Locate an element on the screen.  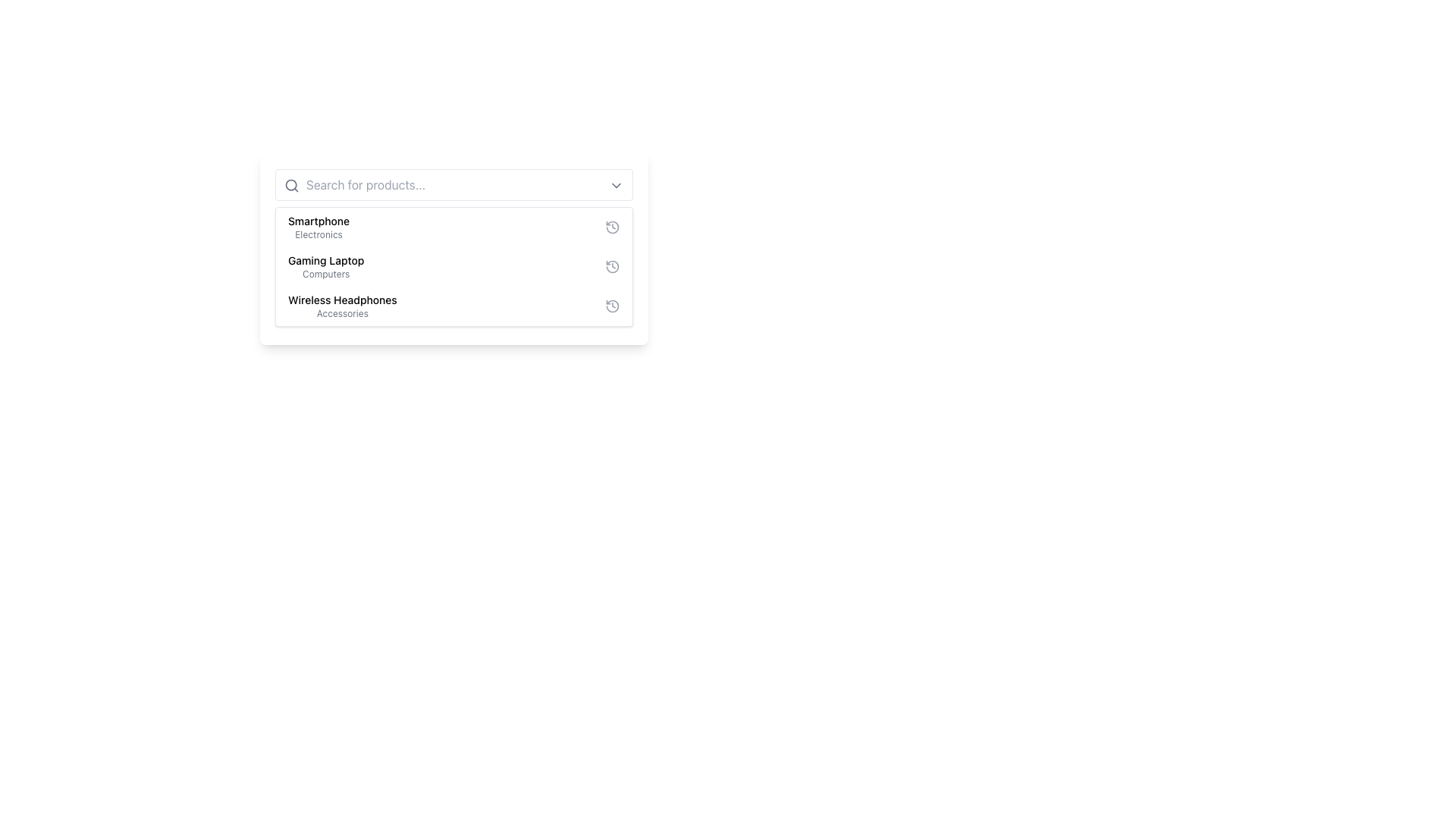
the Textual List Item labeled 'Smartphone' which is the first item in a dropdown list, featuring bold text for 'Smartphone' and lighter text for 'Electronics' is located at coordinates (318, 227).